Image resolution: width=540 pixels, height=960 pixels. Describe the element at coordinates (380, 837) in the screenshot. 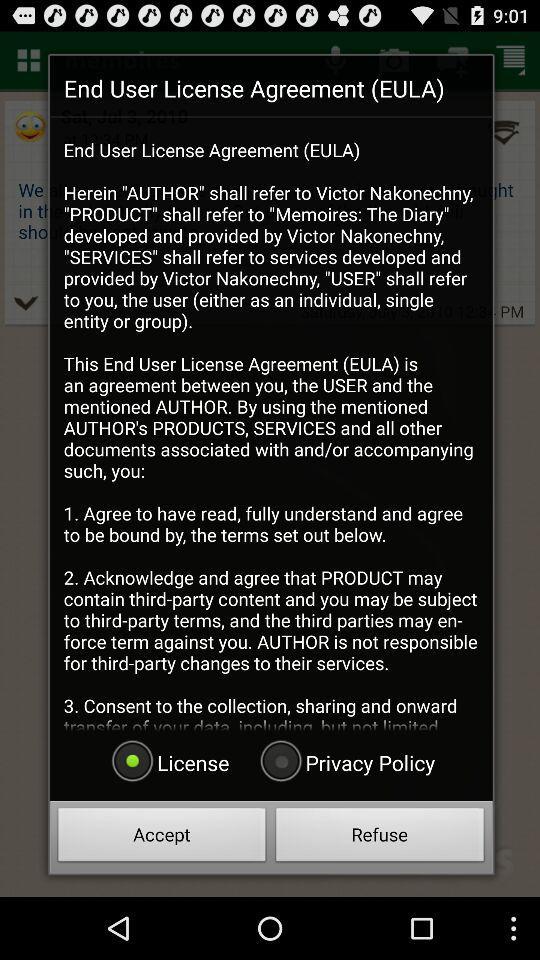

I see `refuse item` at that location.